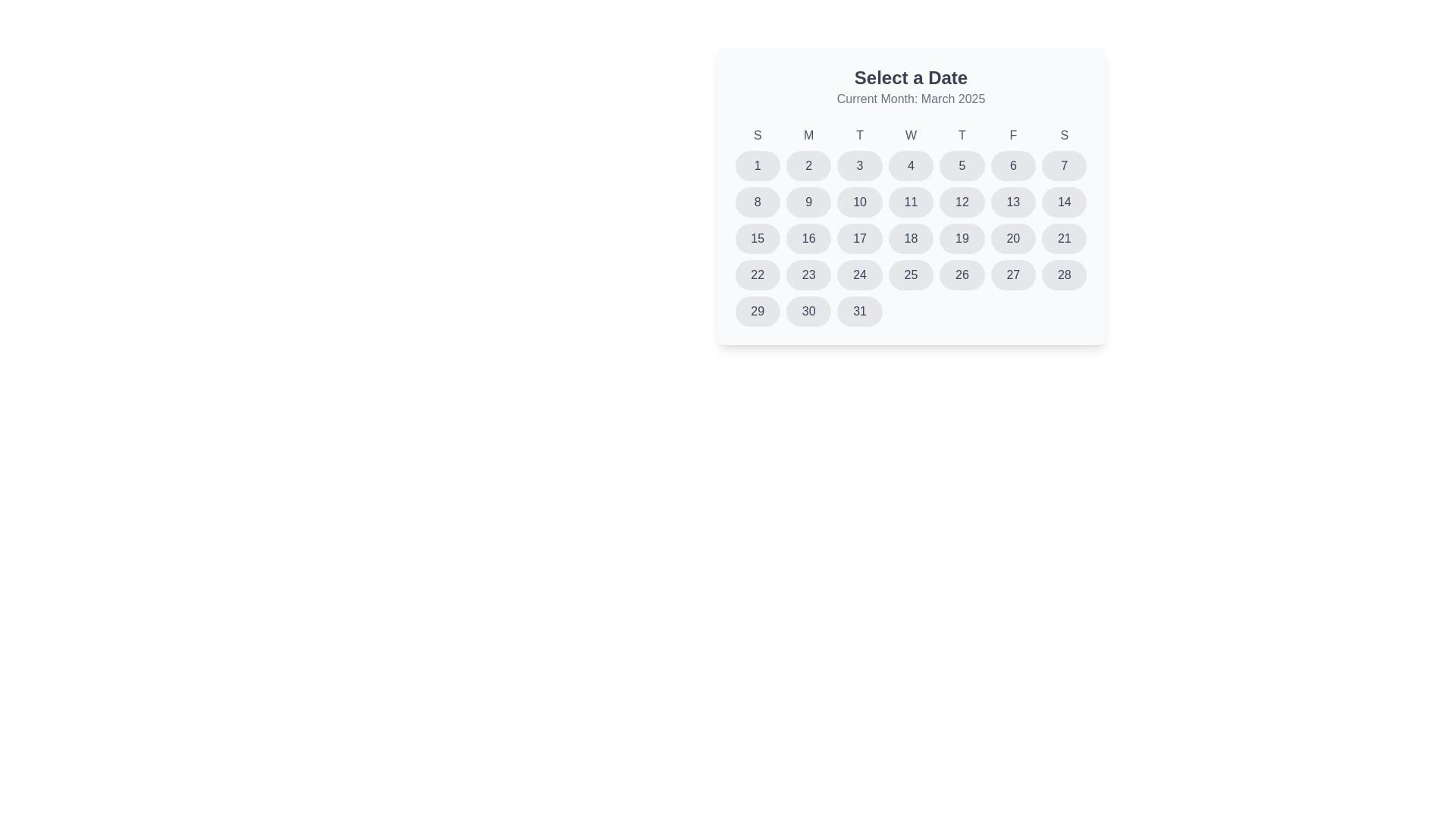 This screenshot has height=819, width=1456. What do you see at coordinates (910, 87) in the screenshot?
I see `textual information from the static text block titled 'Select a Date' which provides context about the current month being March 2025` at bounding box center [910, 87].